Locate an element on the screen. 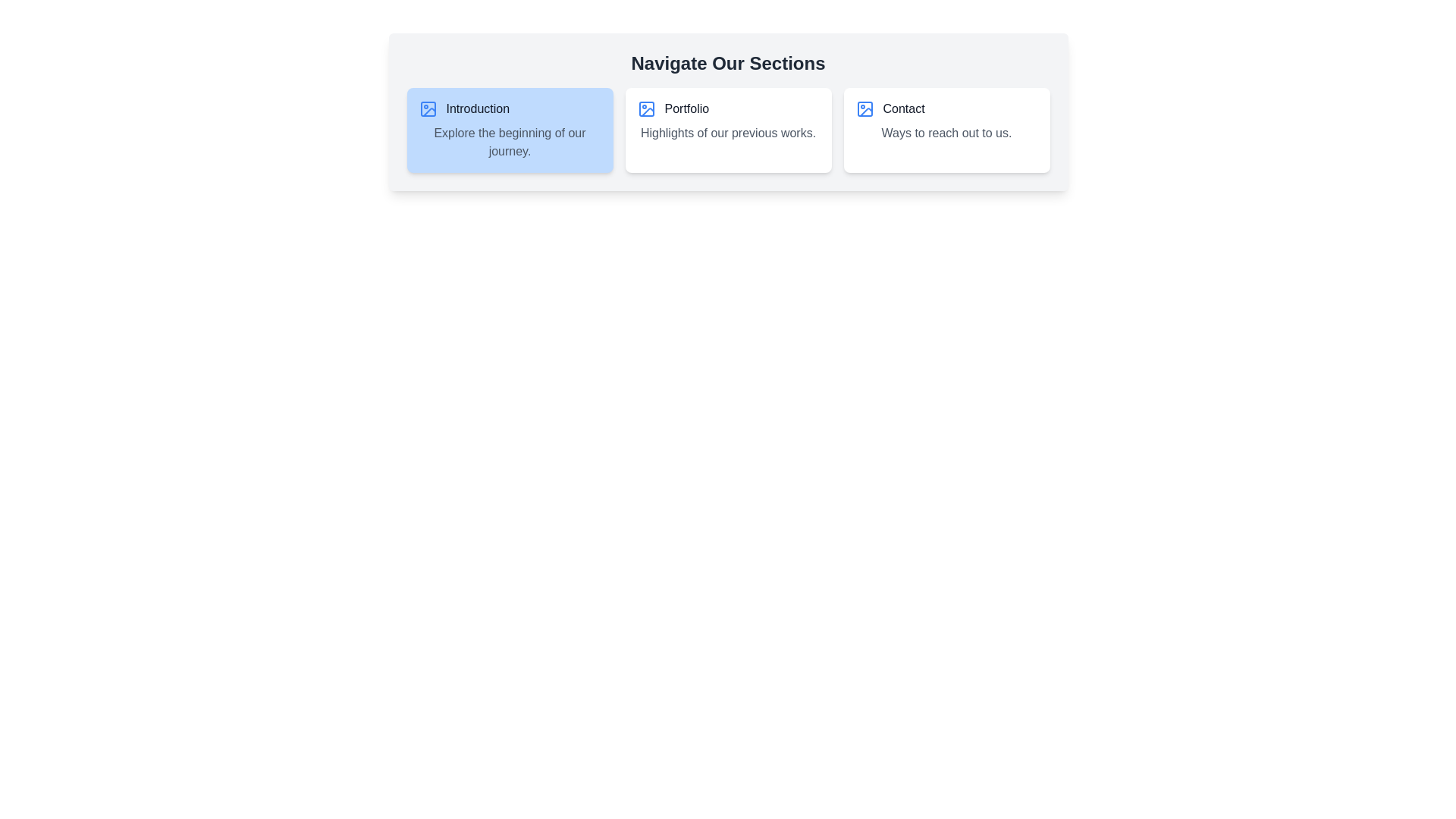 The height and width of the screenshot is (819, 1456). the navigational link or title for the portfolio section, which is located in the middle tile of a three-tile horizontal layout, below 'Highlights of our previous works.' is located at coordinates (728, 108).